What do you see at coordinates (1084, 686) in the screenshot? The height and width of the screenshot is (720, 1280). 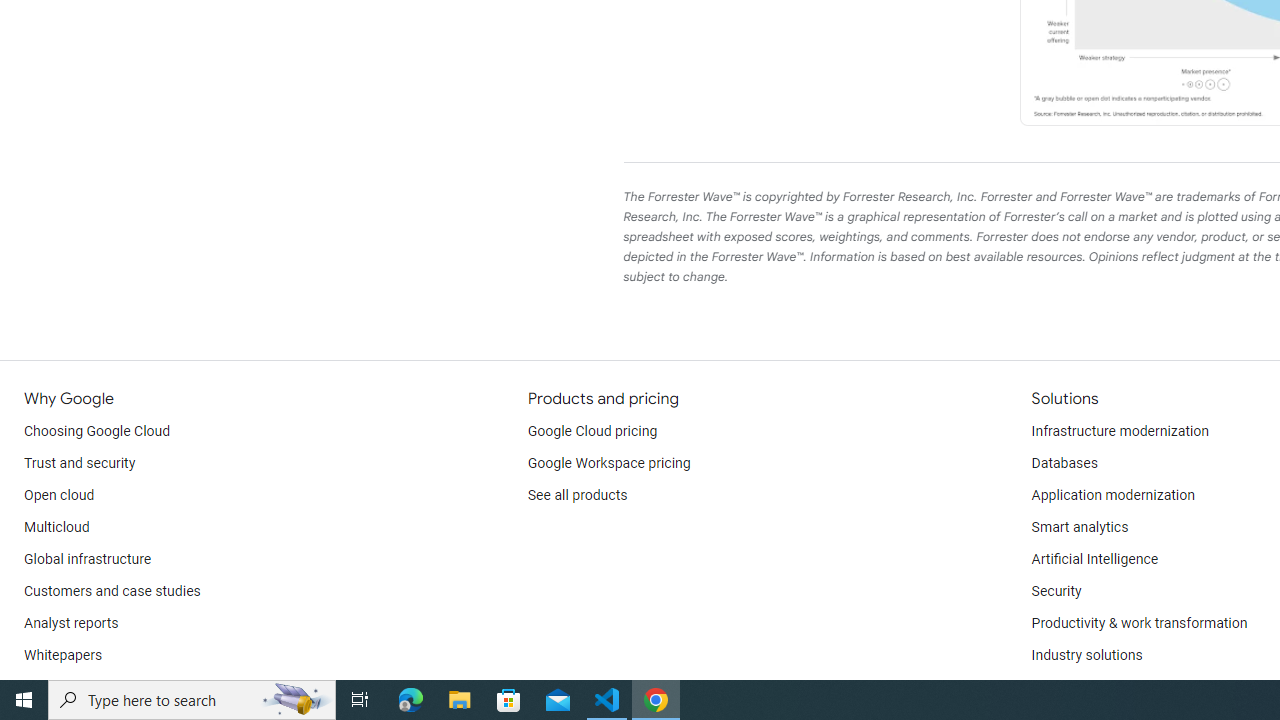 I see `'DevOps solutions'` at bounding box center [1084, 686].